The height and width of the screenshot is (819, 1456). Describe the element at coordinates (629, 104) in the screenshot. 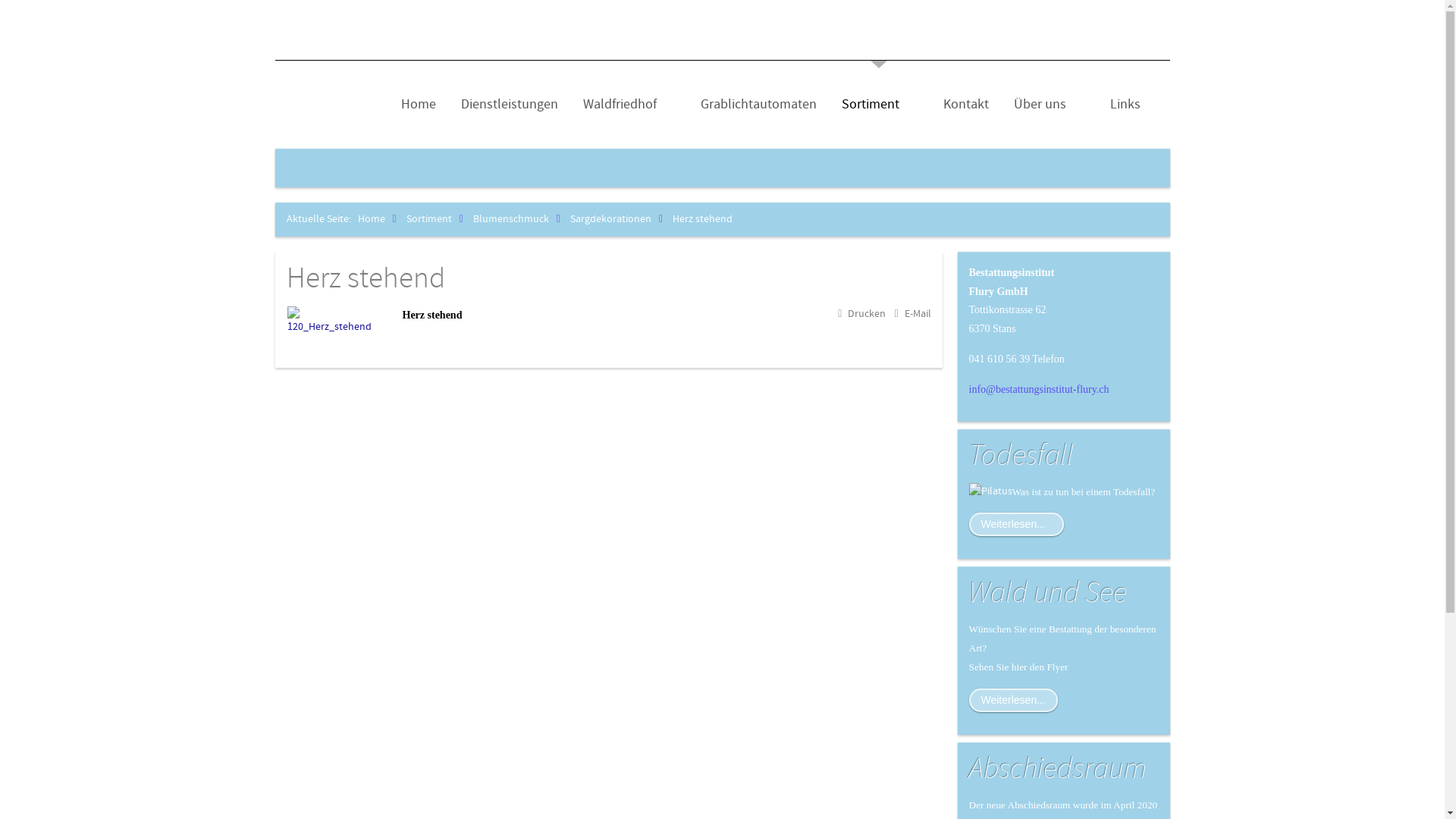

I see `'Waldfriedhof'` at that location.